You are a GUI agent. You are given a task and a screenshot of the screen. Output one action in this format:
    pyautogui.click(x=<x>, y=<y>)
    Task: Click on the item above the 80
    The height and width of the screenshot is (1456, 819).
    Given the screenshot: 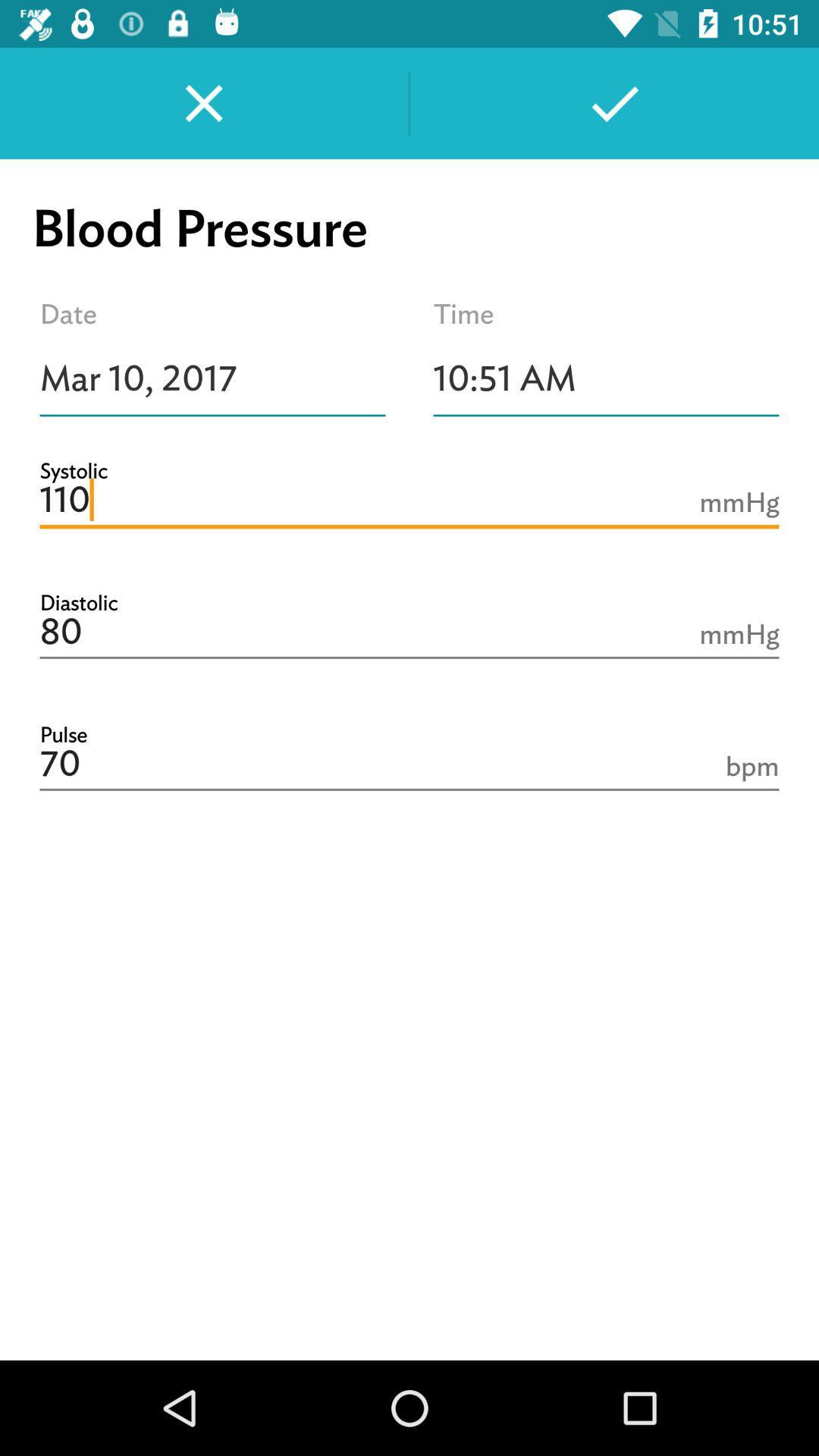 What is the action you would take?
    pyautogui.click(x=409, y=500)
    